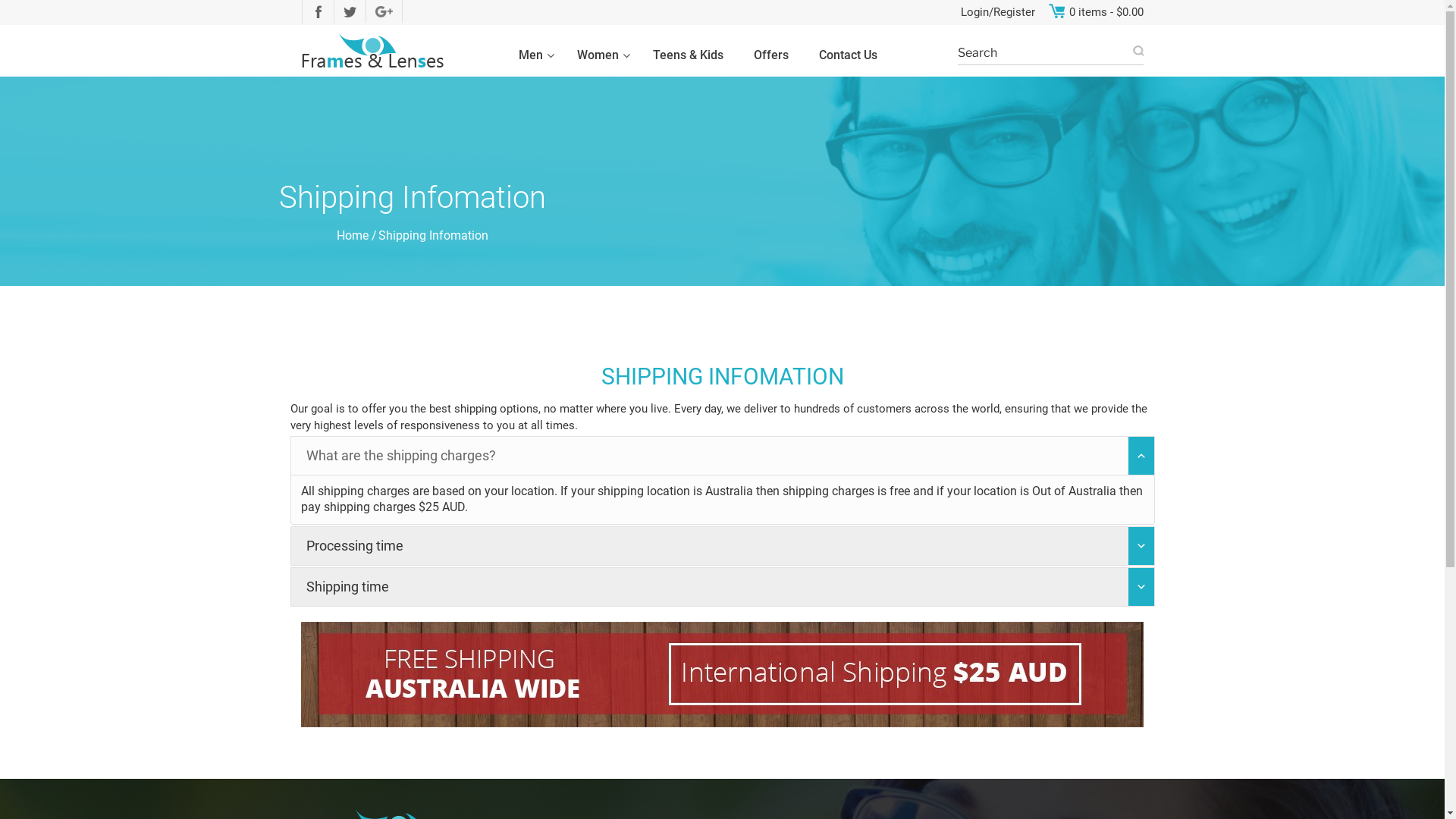  What do you see at coordinates (959, 12) in the screenshot?
I see `'Login/Register'` at bounding box center [959, 12].